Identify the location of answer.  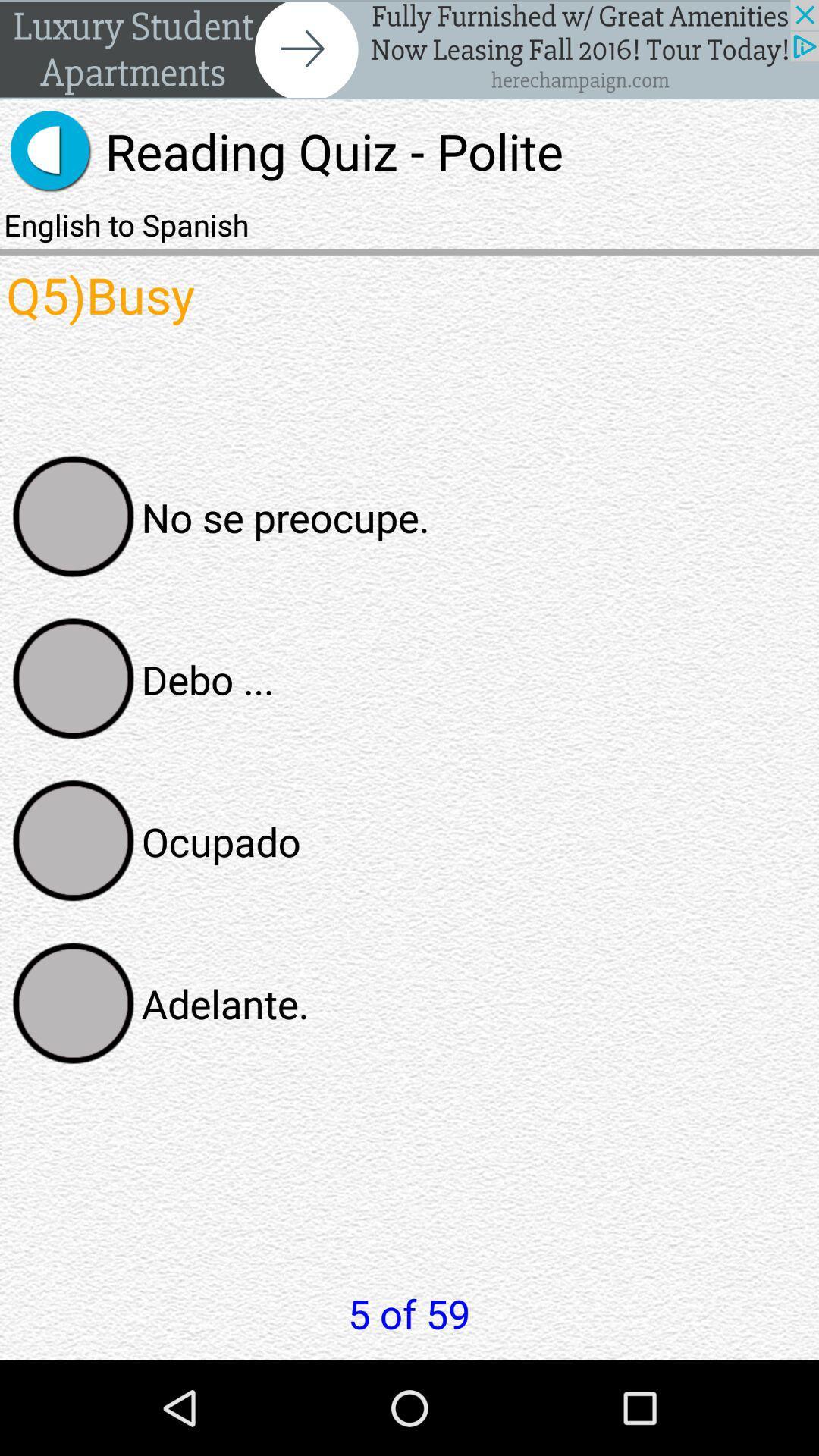
(74, 516).